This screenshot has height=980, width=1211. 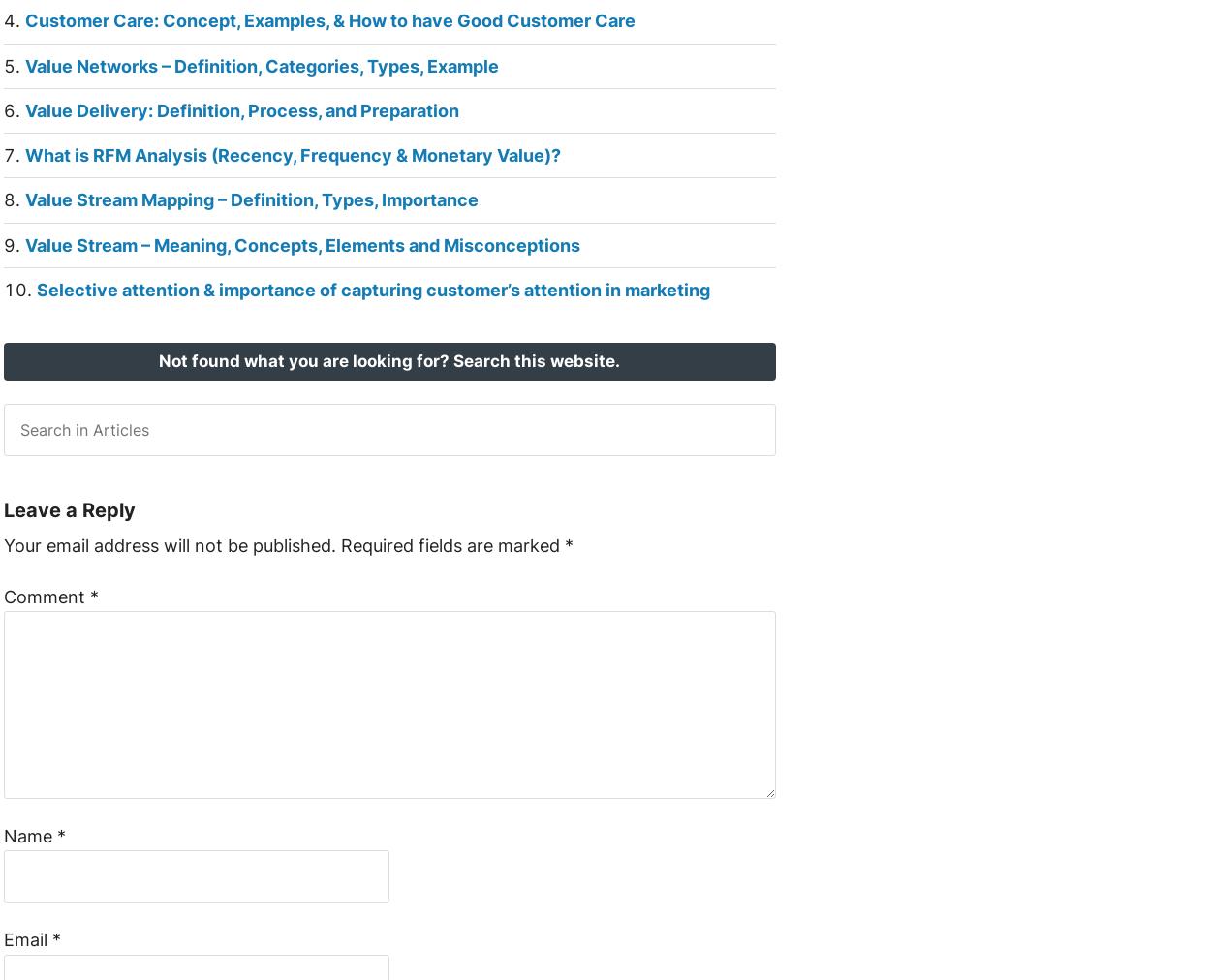 What do you see at coordinates (169, 543) in the screenshot?
I see `'Your email address will not be published.'` at bounding box center [169, 543].